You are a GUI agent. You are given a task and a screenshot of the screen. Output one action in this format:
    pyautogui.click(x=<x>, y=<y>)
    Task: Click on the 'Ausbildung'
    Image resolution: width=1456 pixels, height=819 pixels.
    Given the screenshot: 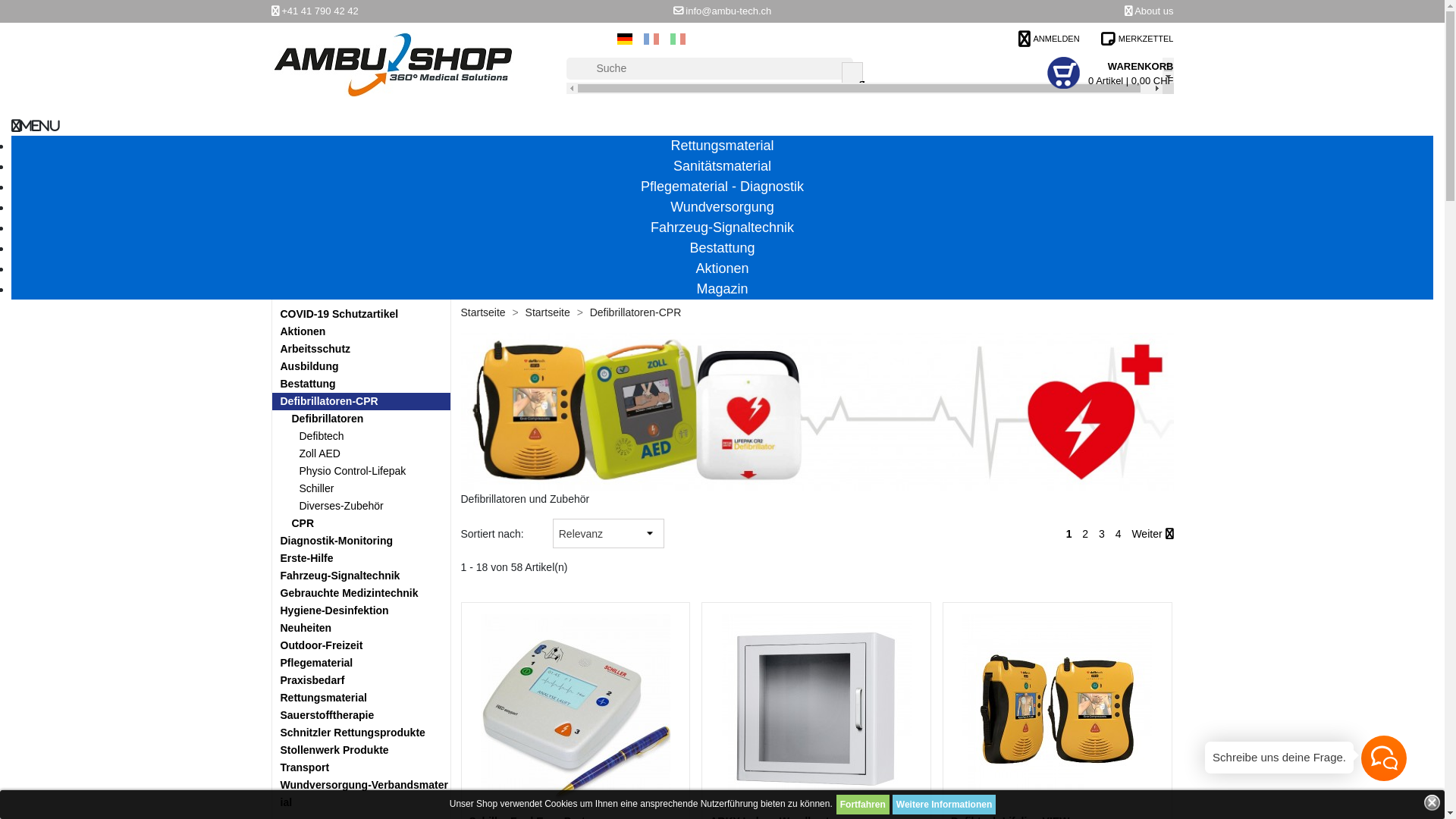 What is the action you would take?
    pyautogui.click(x=359, y=366)
    